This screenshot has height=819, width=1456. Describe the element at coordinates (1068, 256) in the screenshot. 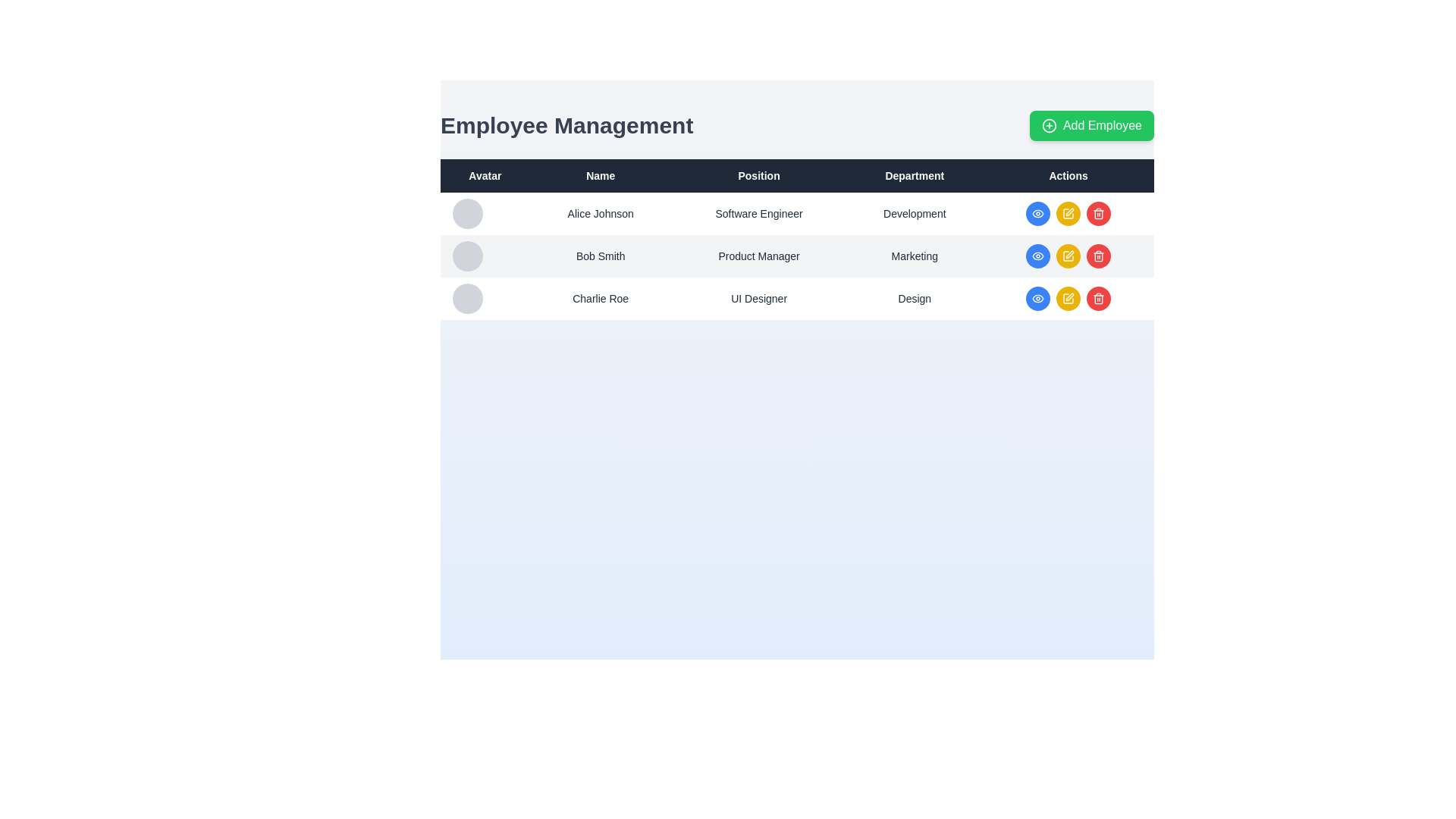

I see `the circular yellow button with a white pen icon in the 'Actions' column for 'Bob Smith'` at that location.